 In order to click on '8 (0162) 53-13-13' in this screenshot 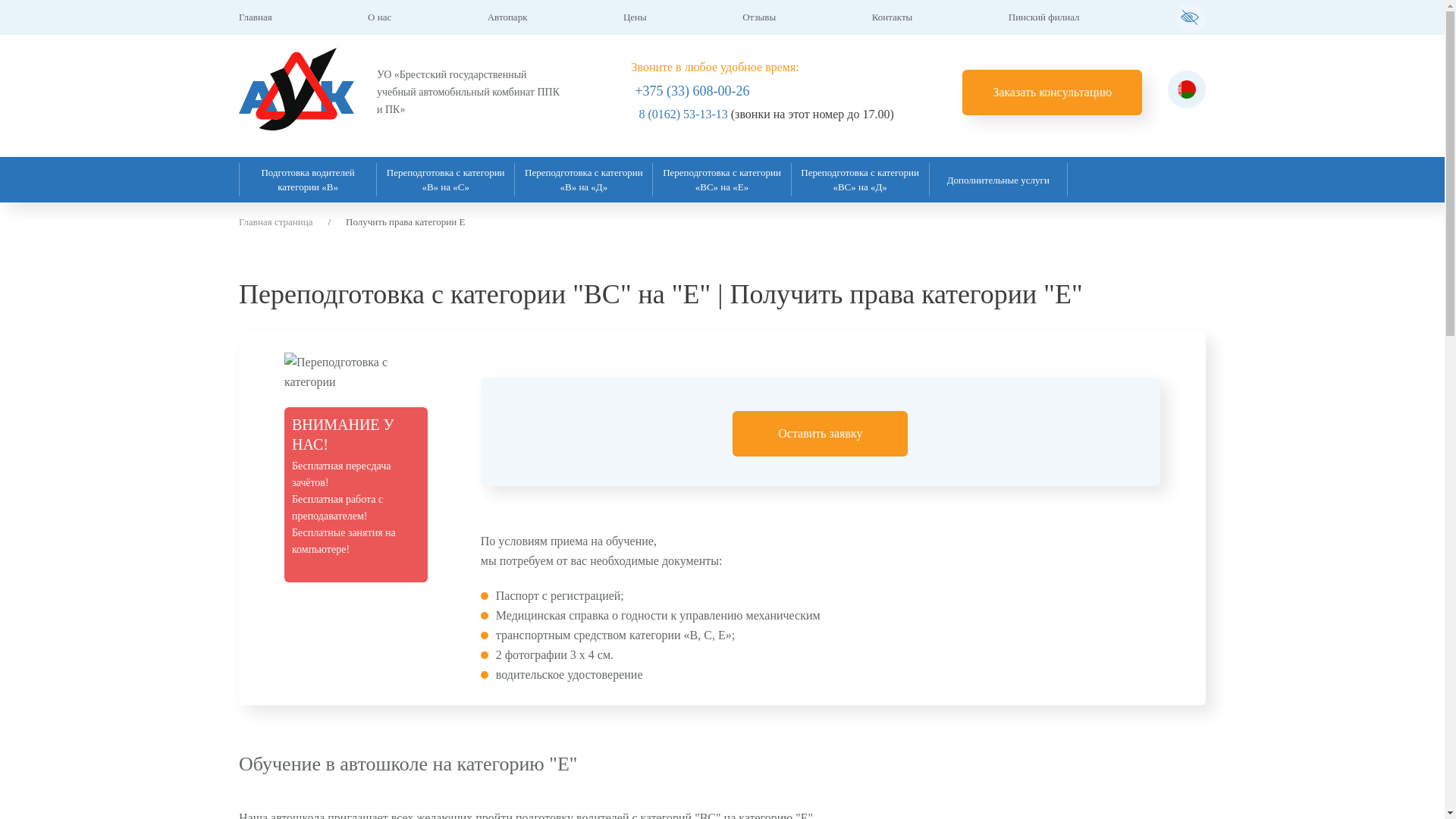, I will do `click(682, 113)`.